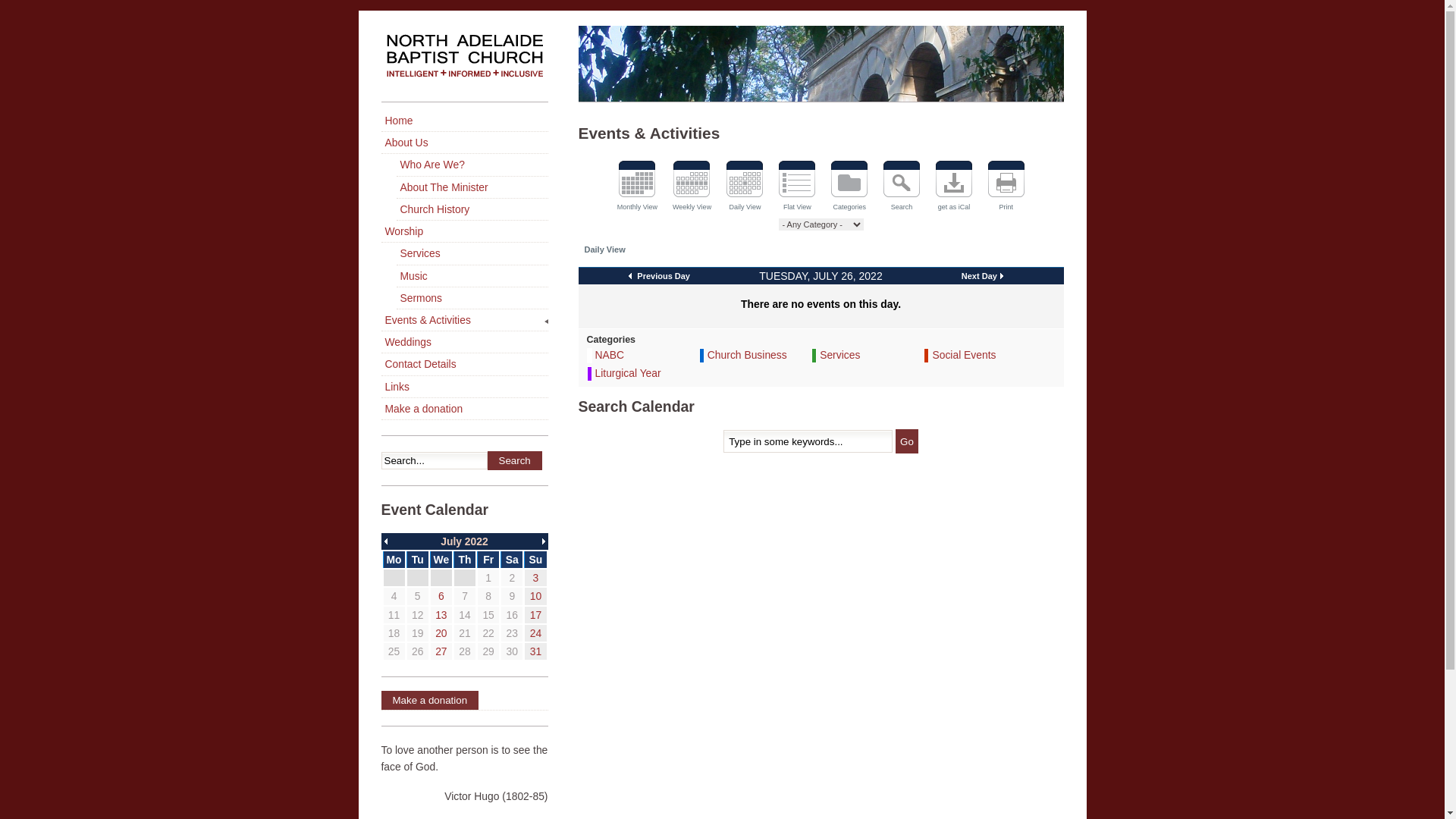 Image resolution: width=1456 pixels, height=819 pixels. I want to click on '31', so click(530, 651).